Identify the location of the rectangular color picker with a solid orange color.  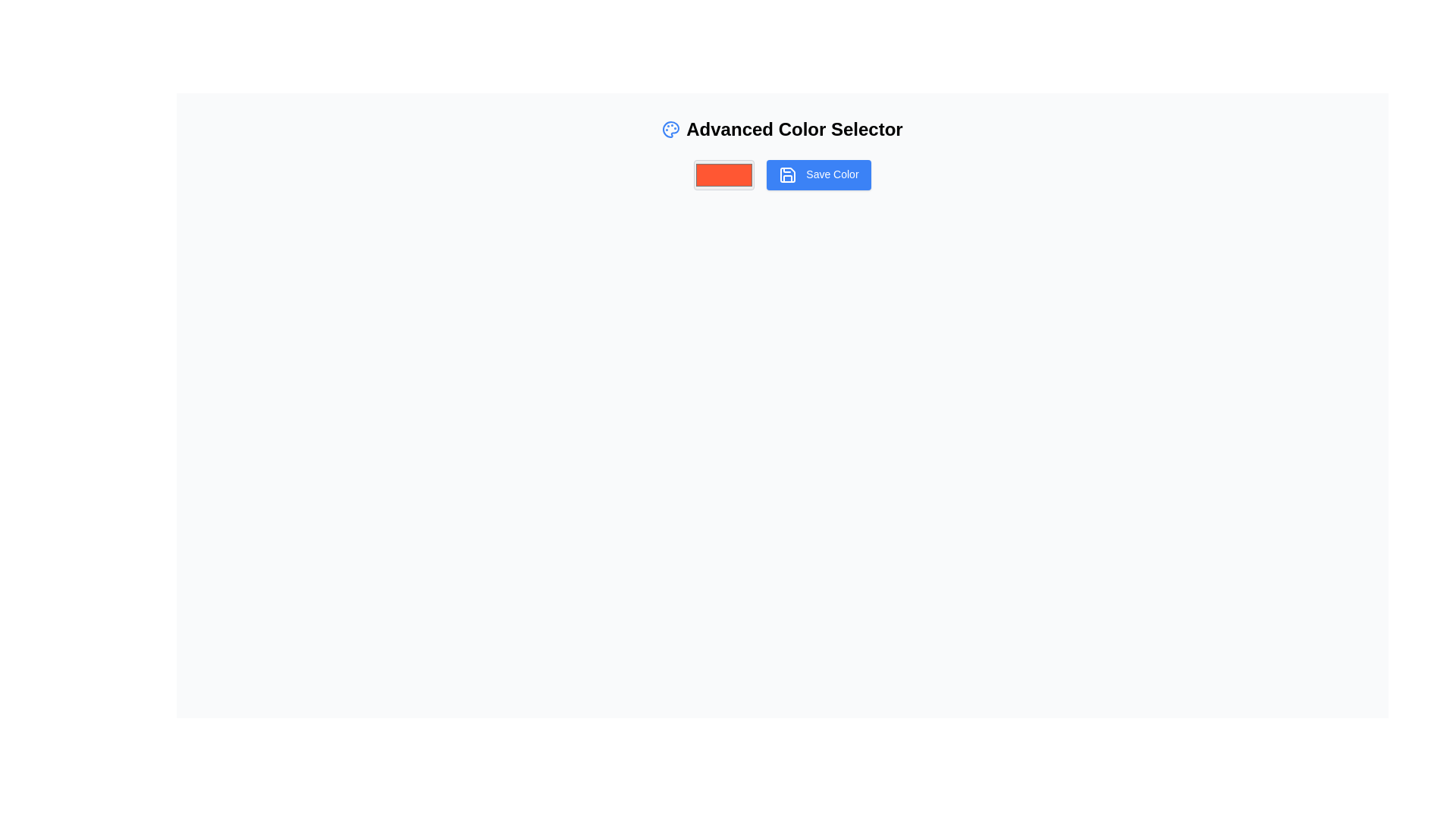
(723, 174).